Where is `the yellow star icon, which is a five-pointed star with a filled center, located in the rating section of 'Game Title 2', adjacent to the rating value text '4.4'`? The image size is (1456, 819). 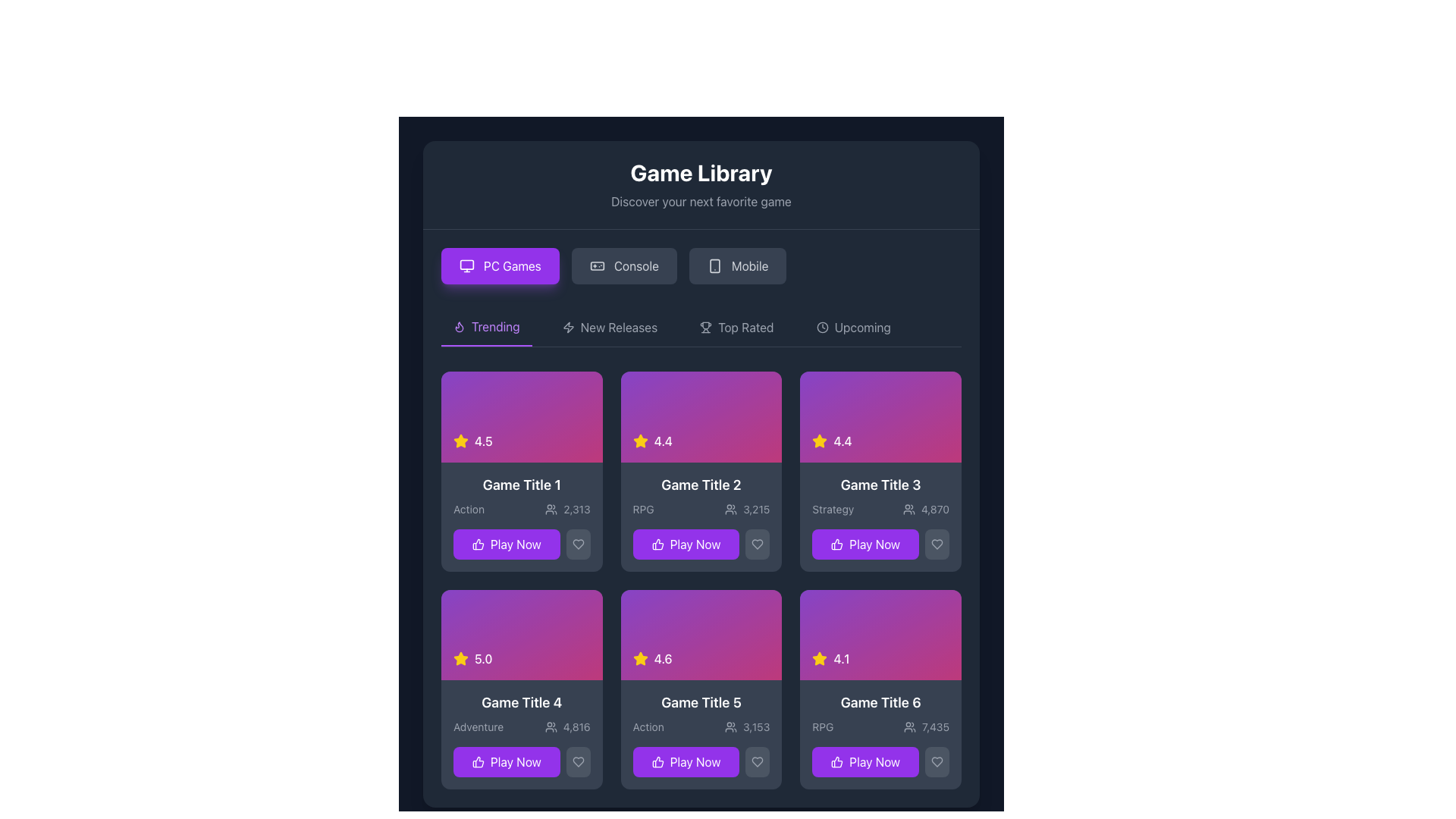
the yellow star icon, which is a five-pointed star with a filled center, located in the rating section of 'Game Title 2', adjacent to the rating value text '4.4' is located at coordinates (819, 657).